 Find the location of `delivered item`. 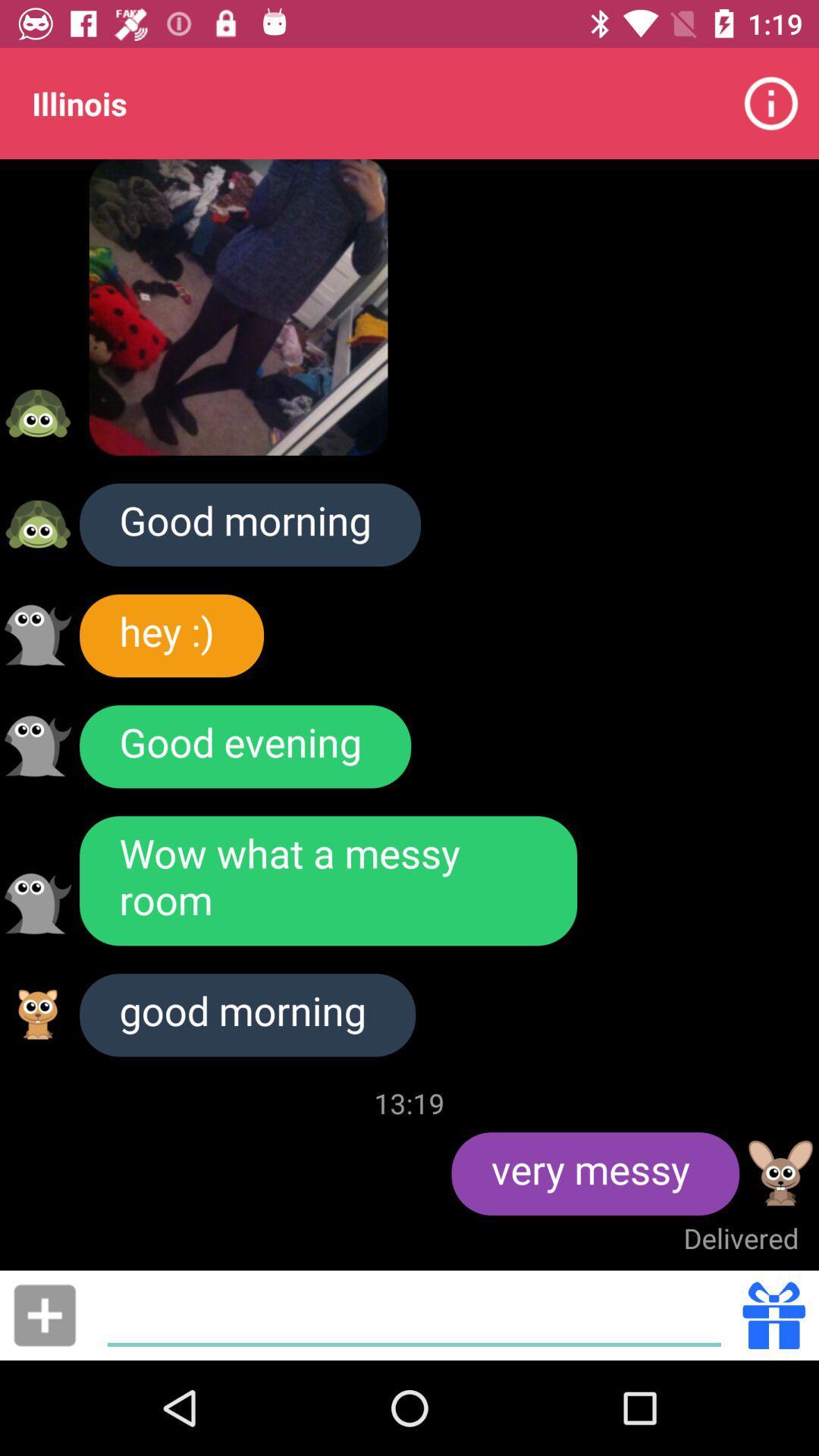

delivered item is located at coordinates (740, 1238).